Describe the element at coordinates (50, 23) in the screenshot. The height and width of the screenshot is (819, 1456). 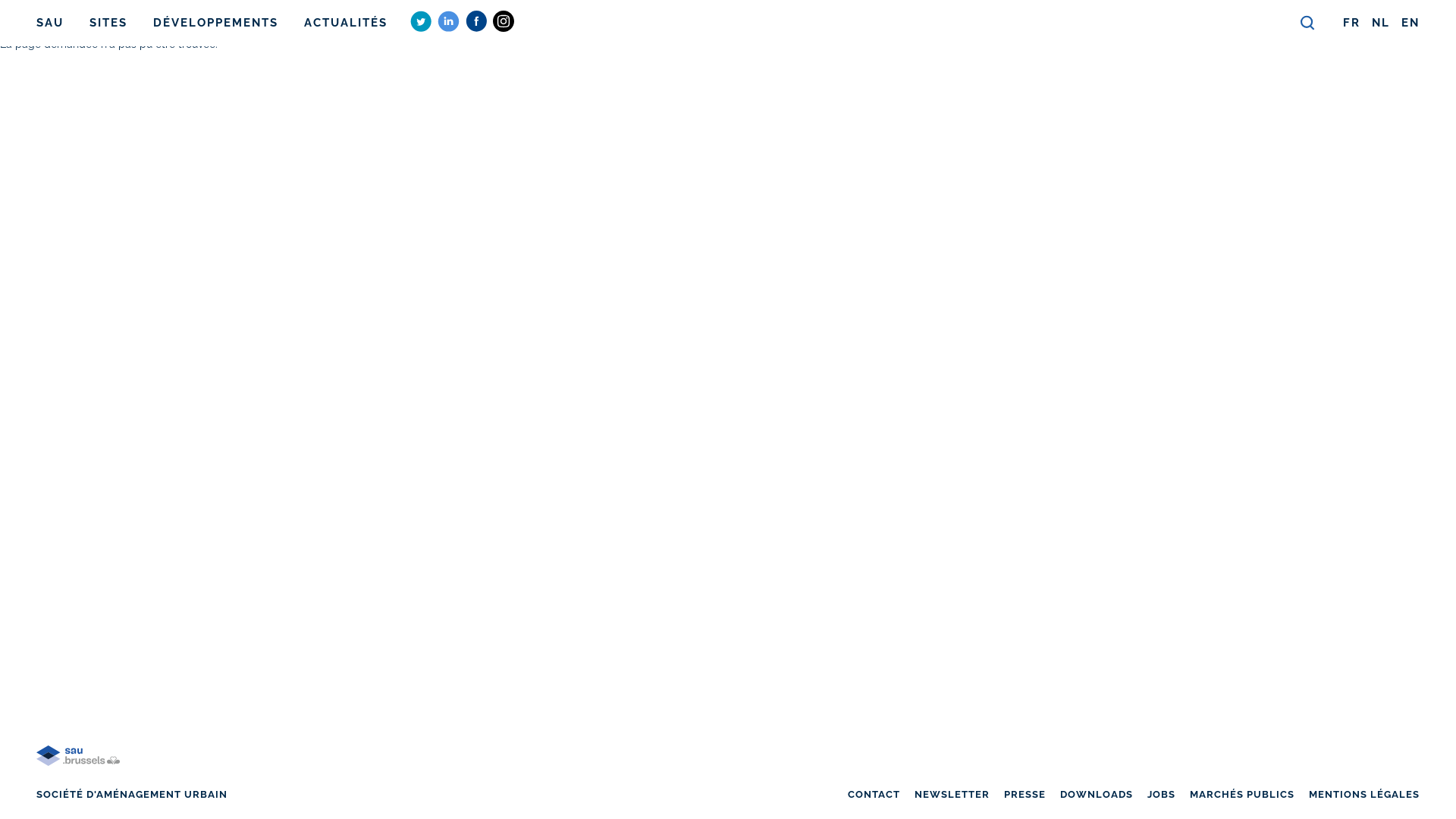
I see `'SAU'` at that location.